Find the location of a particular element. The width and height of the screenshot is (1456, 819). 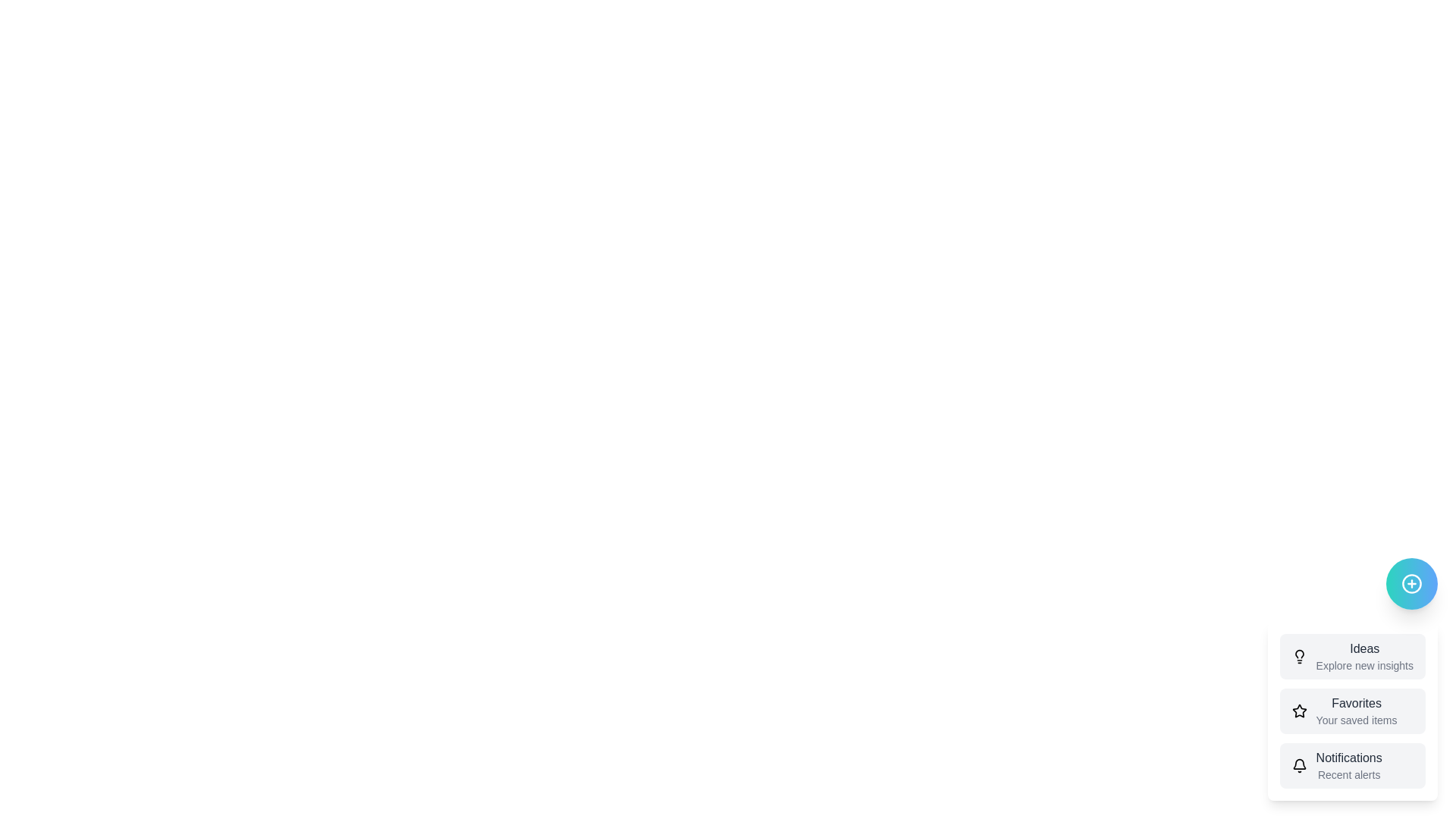

the outermost circular border of the decorative button located in the bottom-right corner of the interface is located at coordinates (1411, 583).